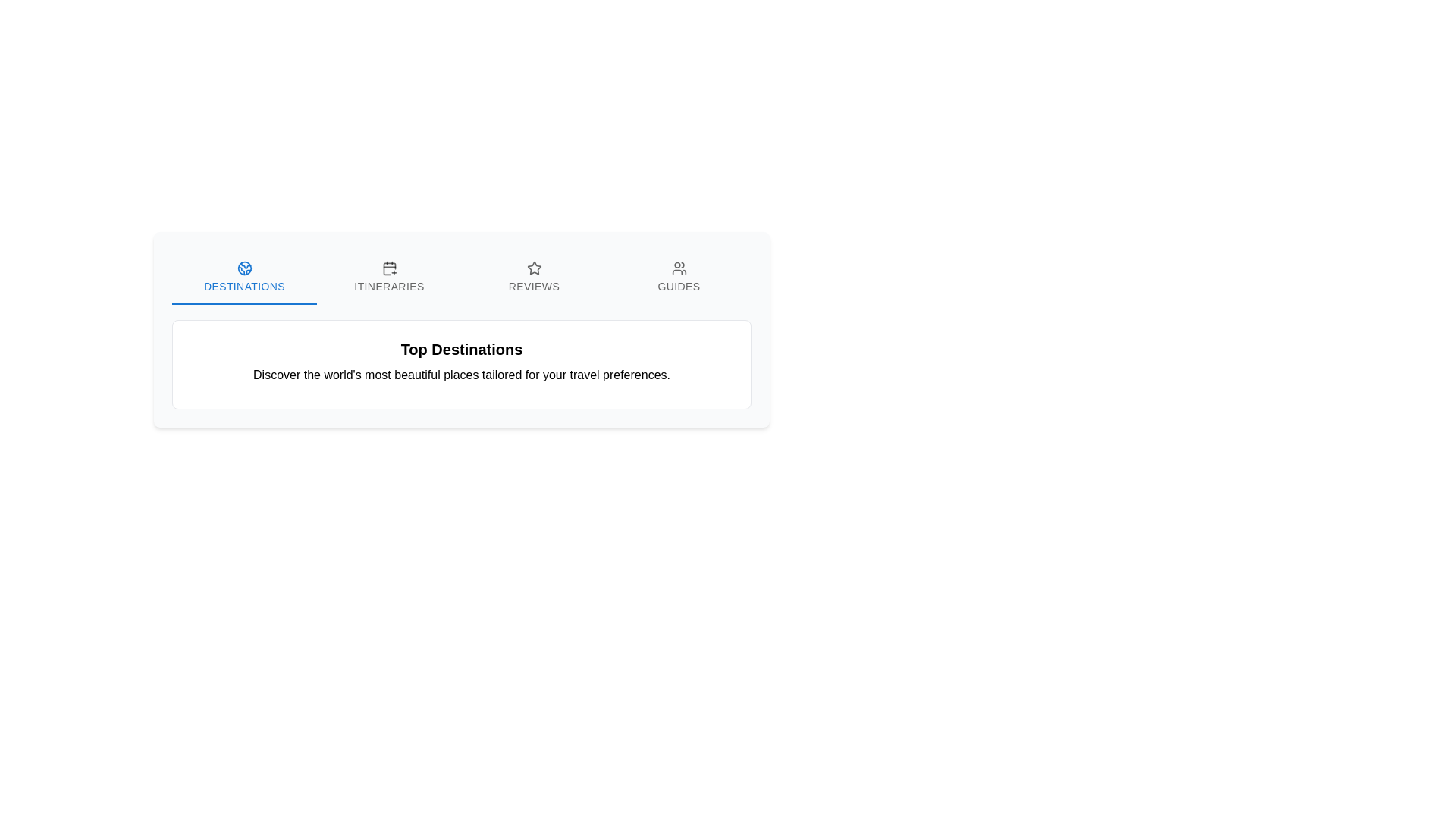 This screenshot has height=819, width=1456. Describe the element at coordinates (461, 362) in the screenshot. I see `the text block that serves as a descriptive content block introducing a travel-related feature or category, located in the center of a white, bordered, rounded rectangle` at that location.